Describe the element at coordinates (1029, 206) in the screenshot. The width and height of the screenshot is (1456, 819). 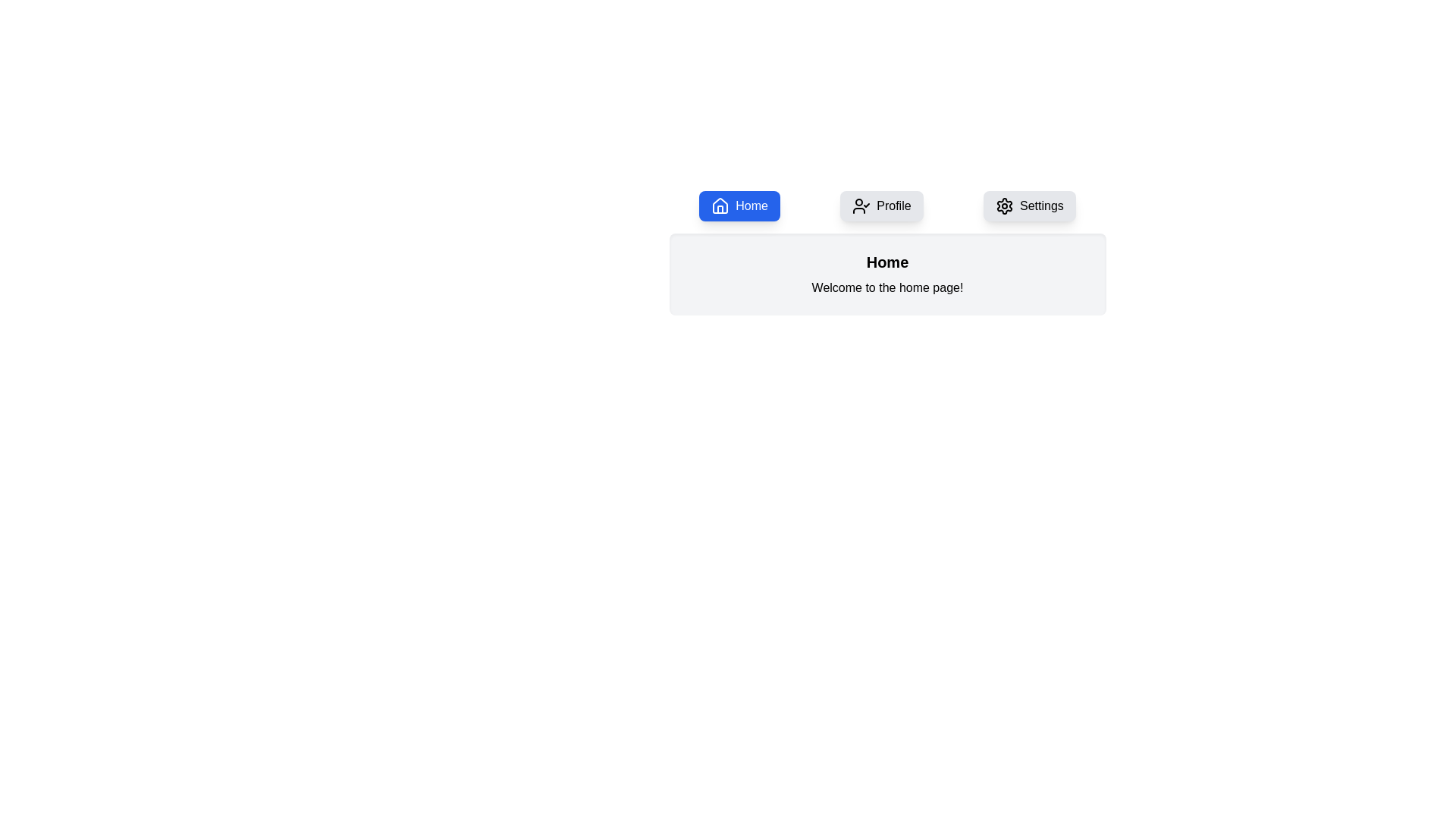
I see `the Settings tab by clicking its corresponding button` at that location.